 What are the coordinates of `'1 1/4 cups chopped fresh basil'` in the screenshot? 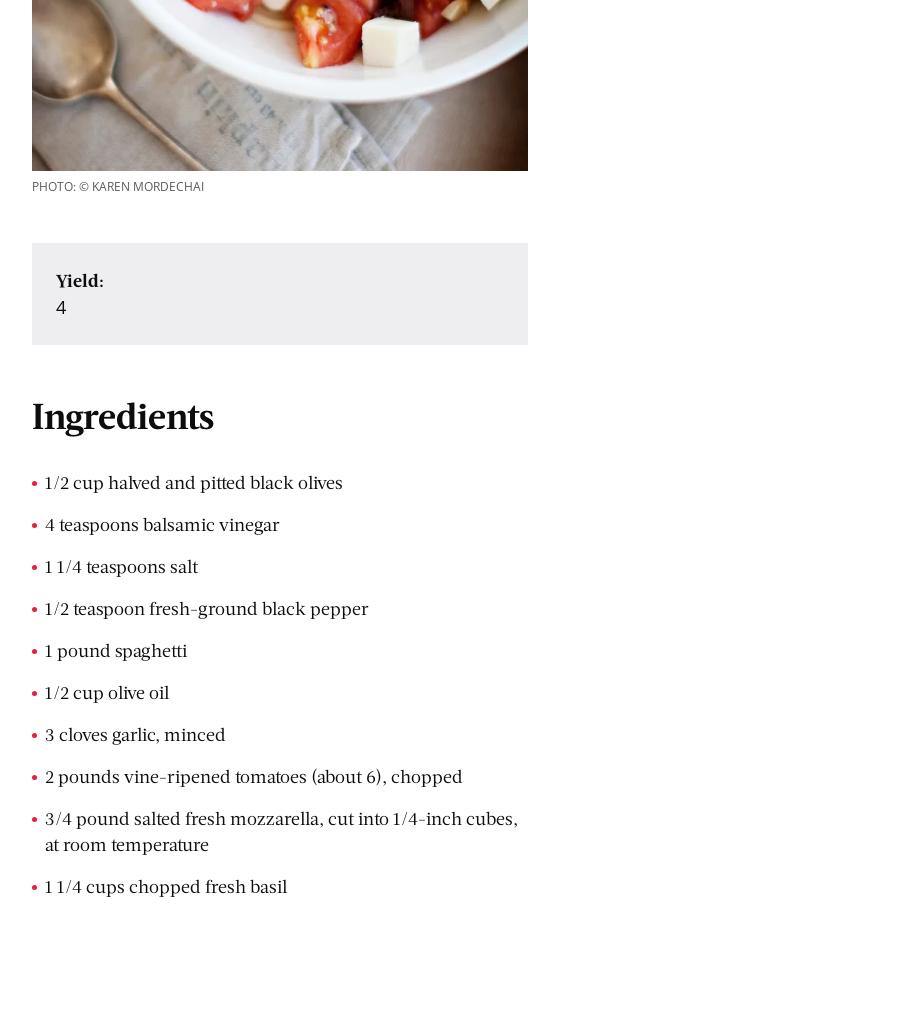 It's located at (44, 886).